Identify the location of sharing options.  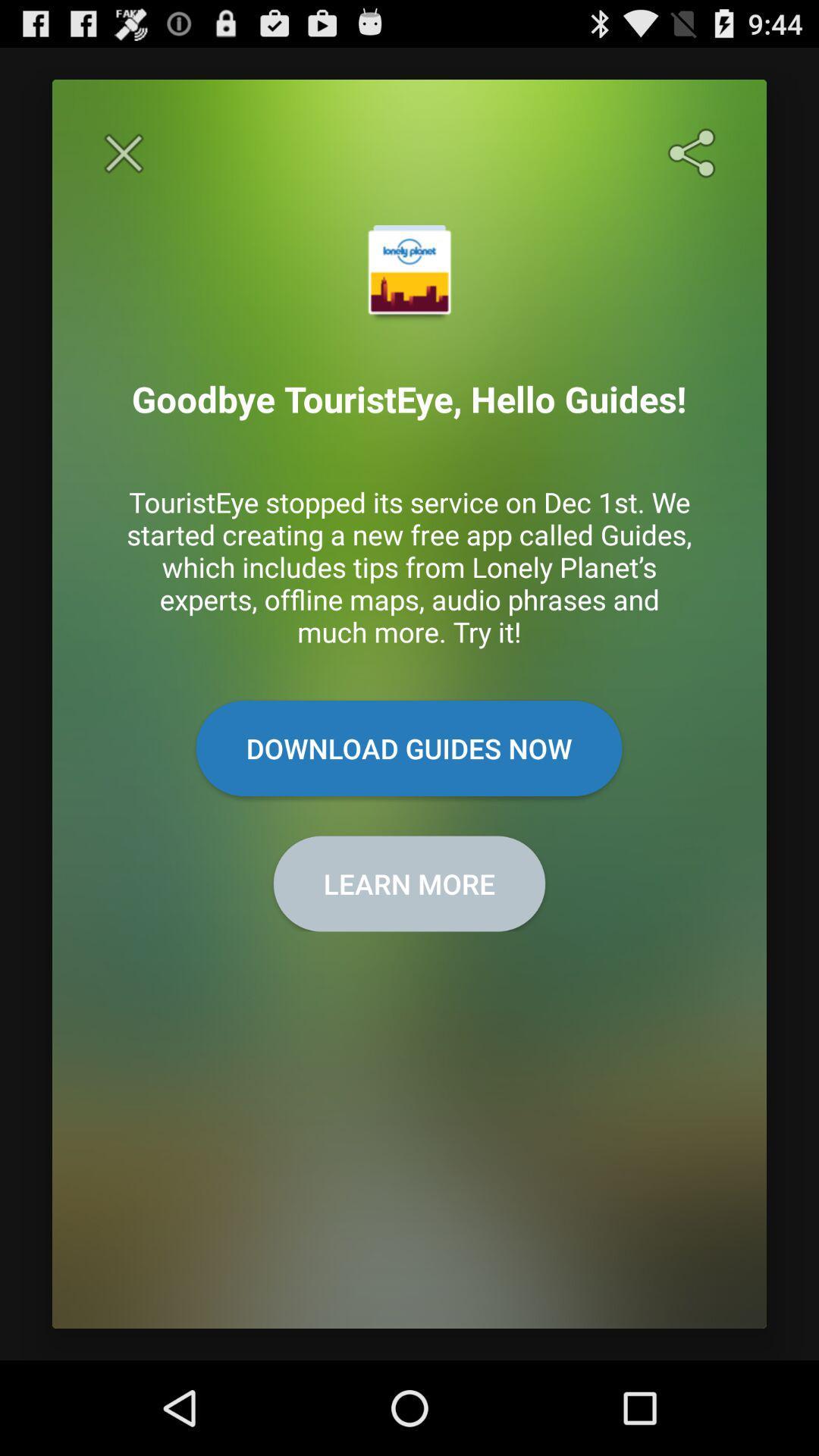
(695, 153).